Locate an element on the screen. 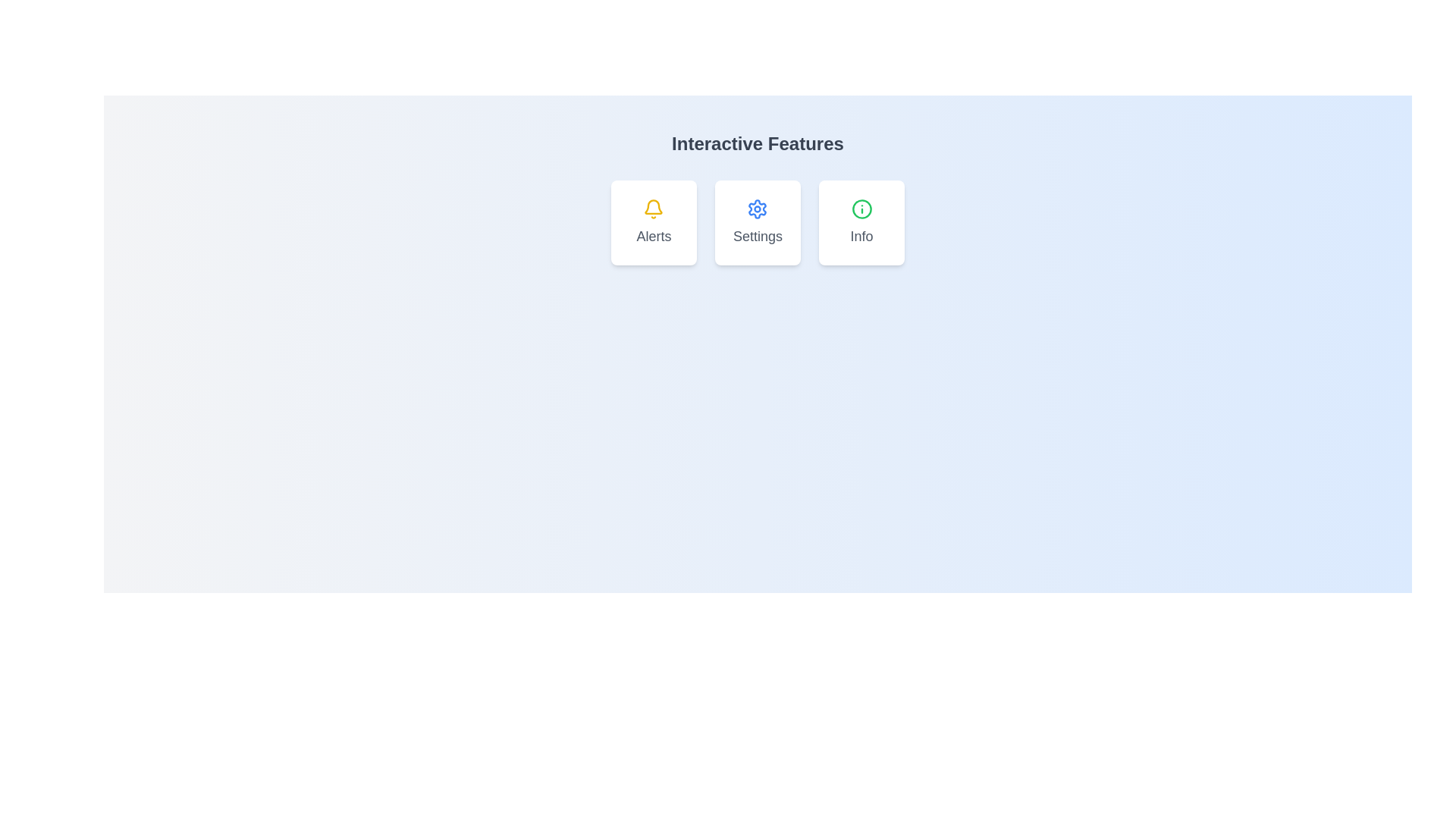  the blue gear icon located in the center of the white card with rounded corners, which features a 'Settings' label below it is located at coordinates (758, 209).